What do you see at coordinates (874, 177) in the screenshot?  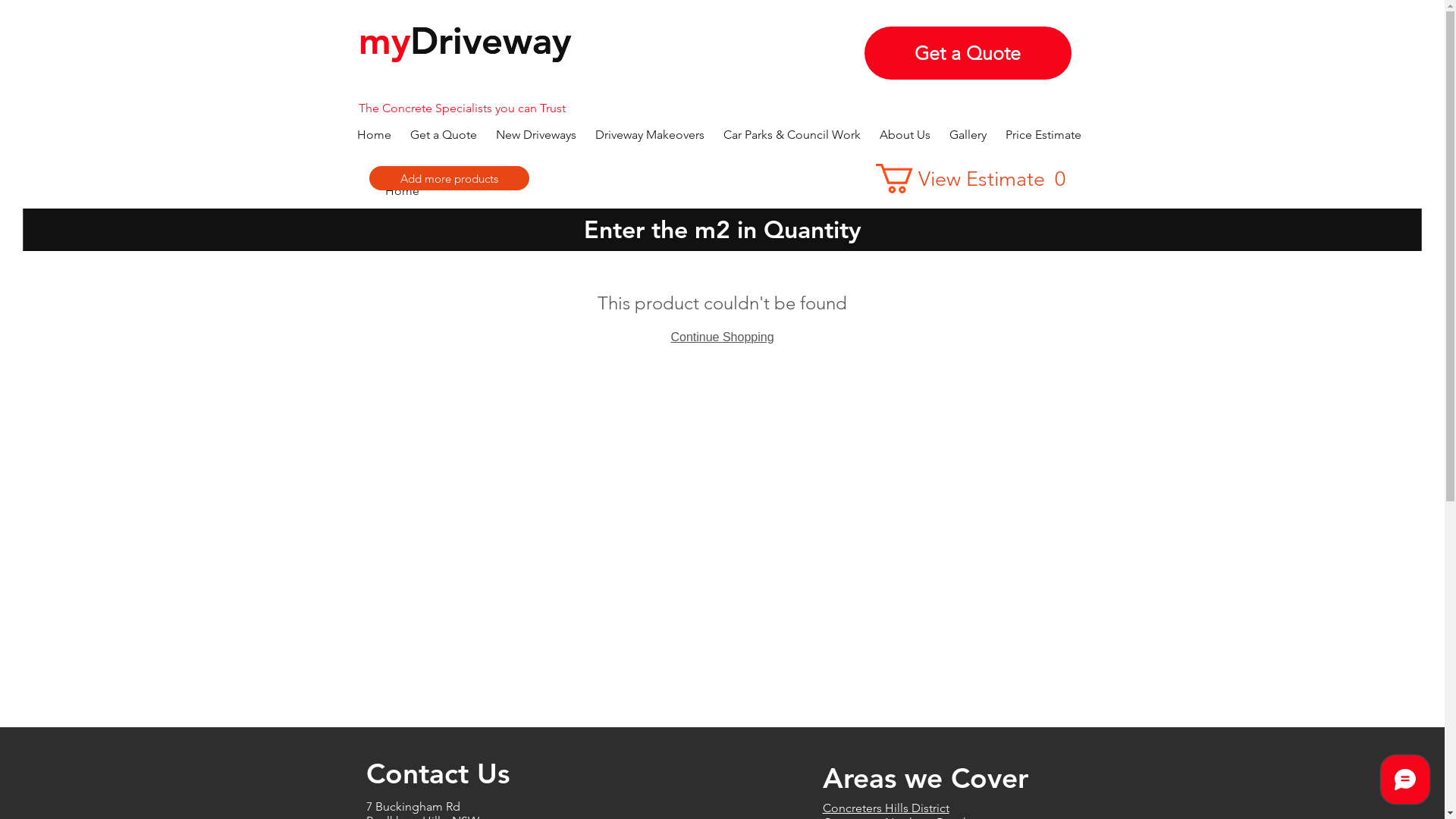 I see `'View Estimate` at bounding box center [874, 177].